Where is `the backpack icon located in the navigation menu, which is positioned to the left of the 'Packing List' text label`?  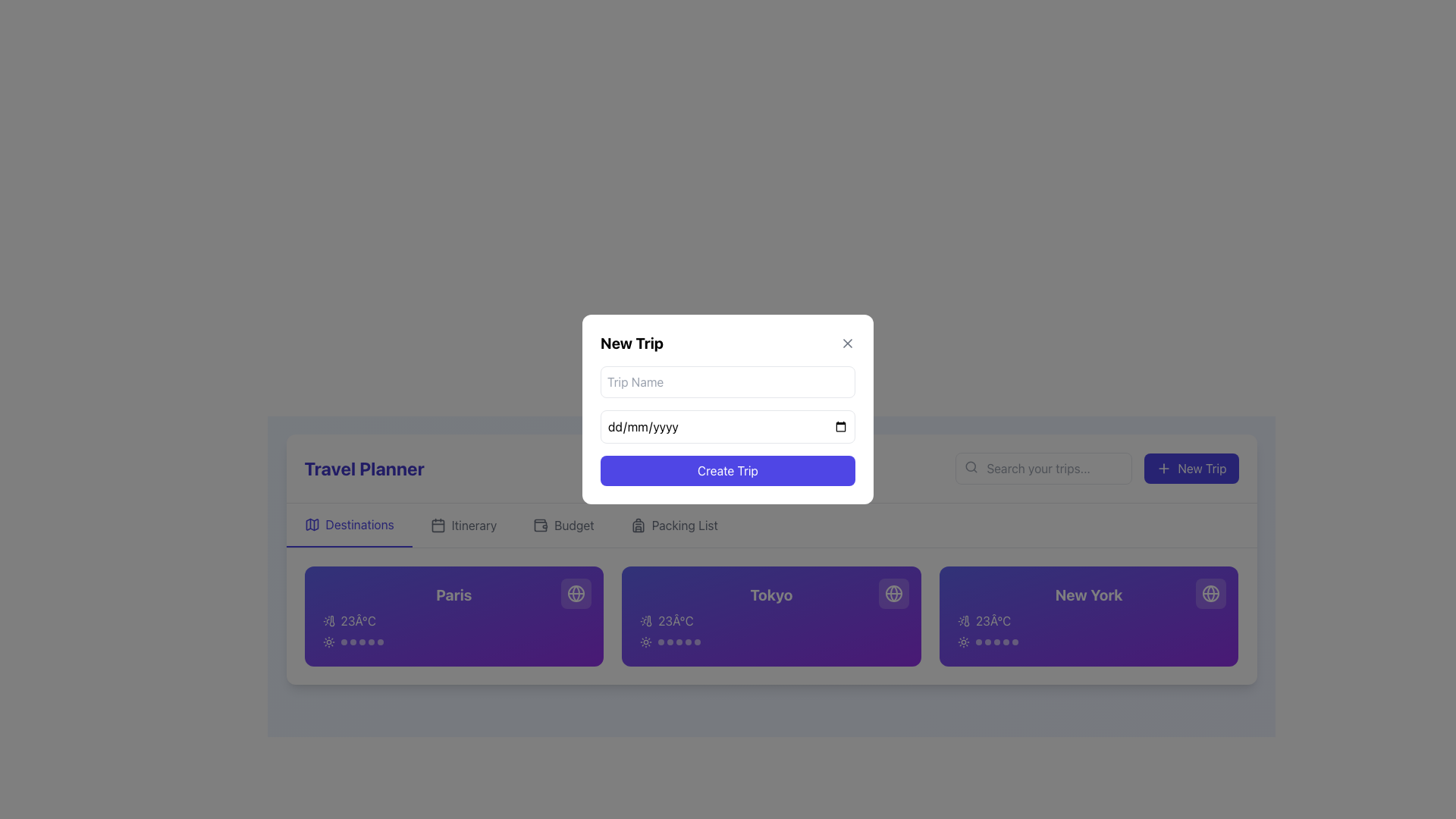
the backpack icon located in the navigation menu, which is positioned to the left of the 'Packing List' text label is located at coordinates (638, 525).